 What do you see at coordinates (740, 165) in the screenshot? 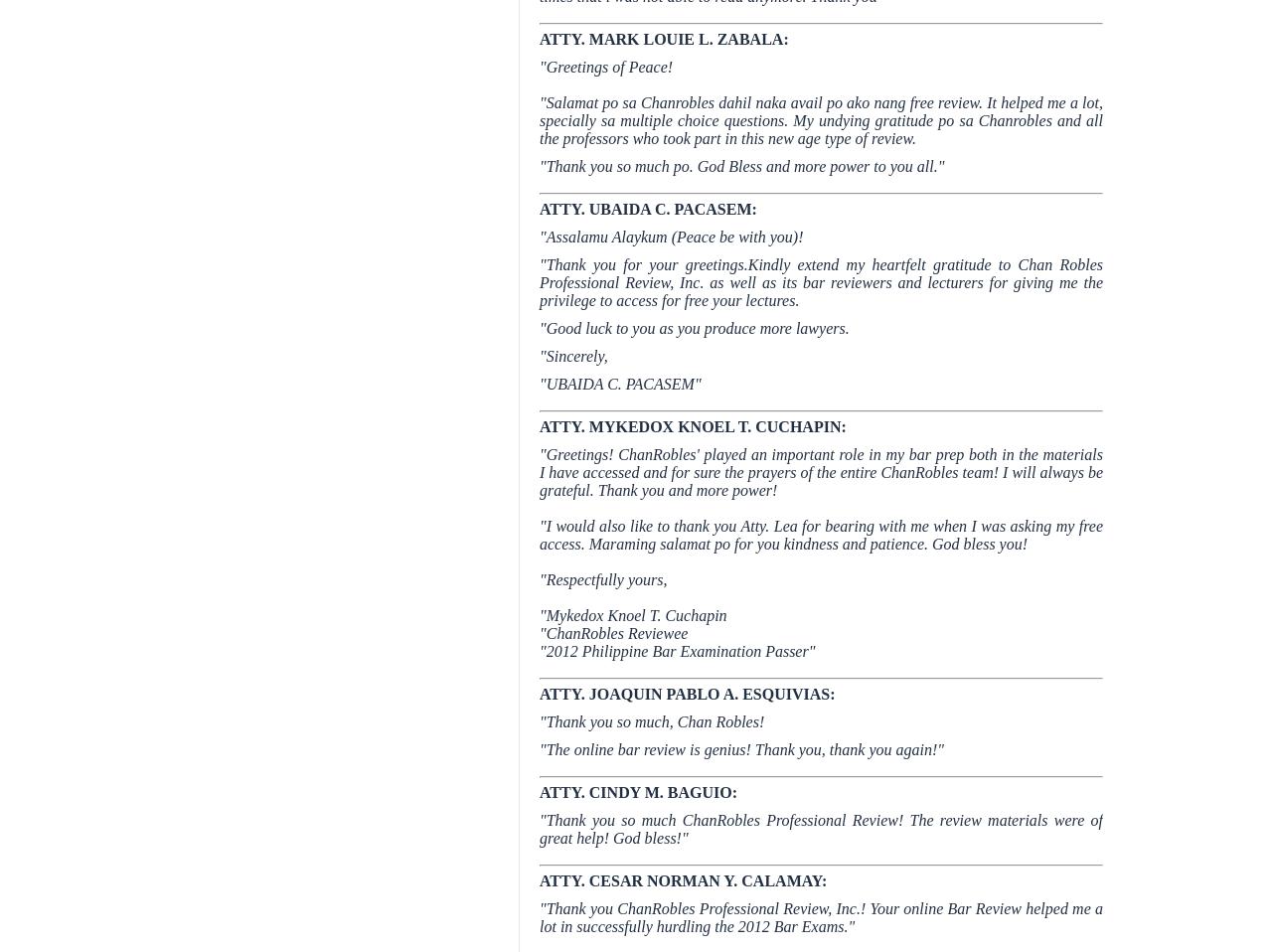
I see `'"Thank you so much po. God   Bless and more power to you all."'` at bounding box center [740, 165].